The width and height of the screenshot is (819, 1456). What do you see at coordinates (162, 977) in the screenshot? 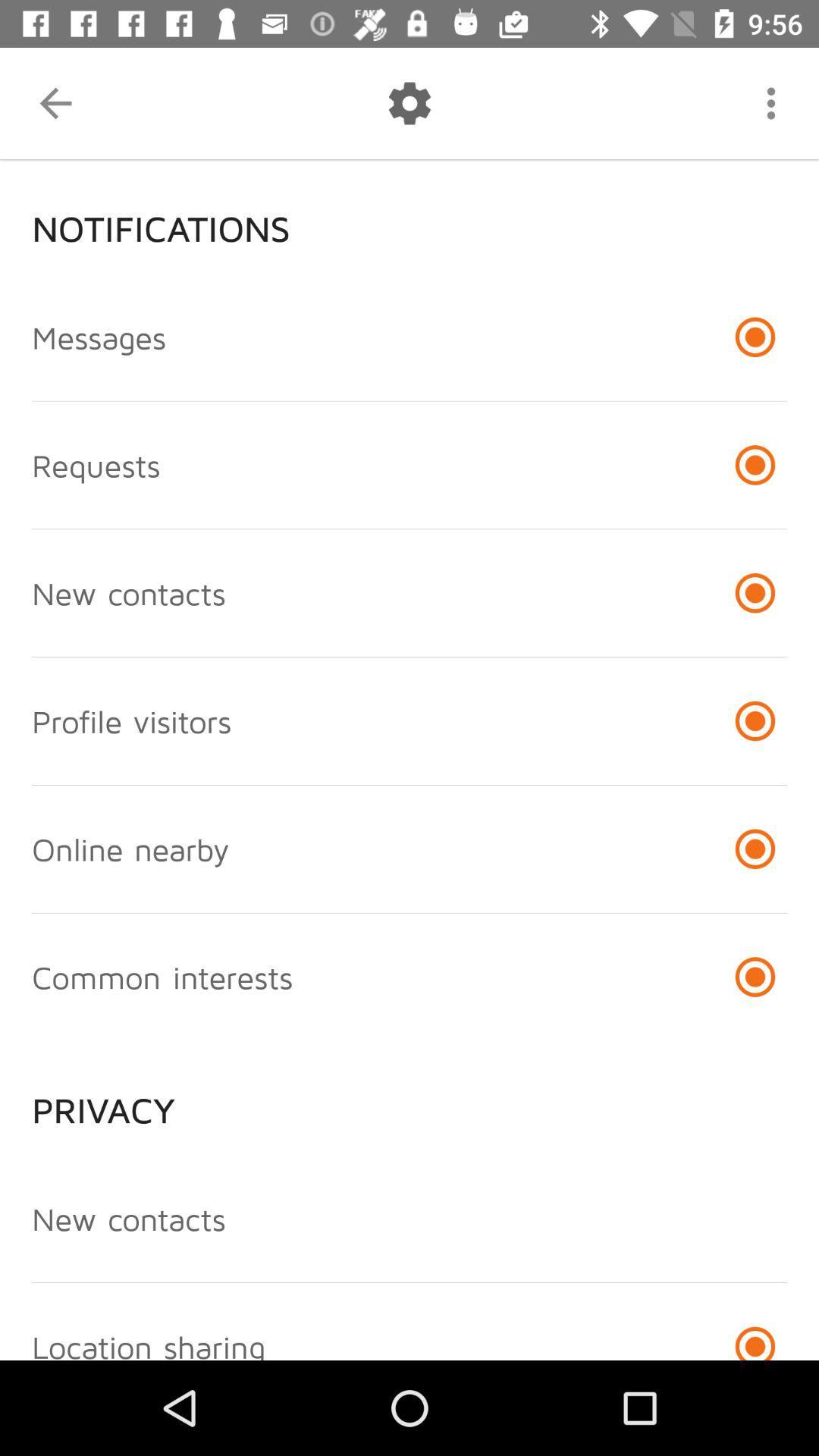
I see `the item above privacy icon` at bounding box center [162, 977].